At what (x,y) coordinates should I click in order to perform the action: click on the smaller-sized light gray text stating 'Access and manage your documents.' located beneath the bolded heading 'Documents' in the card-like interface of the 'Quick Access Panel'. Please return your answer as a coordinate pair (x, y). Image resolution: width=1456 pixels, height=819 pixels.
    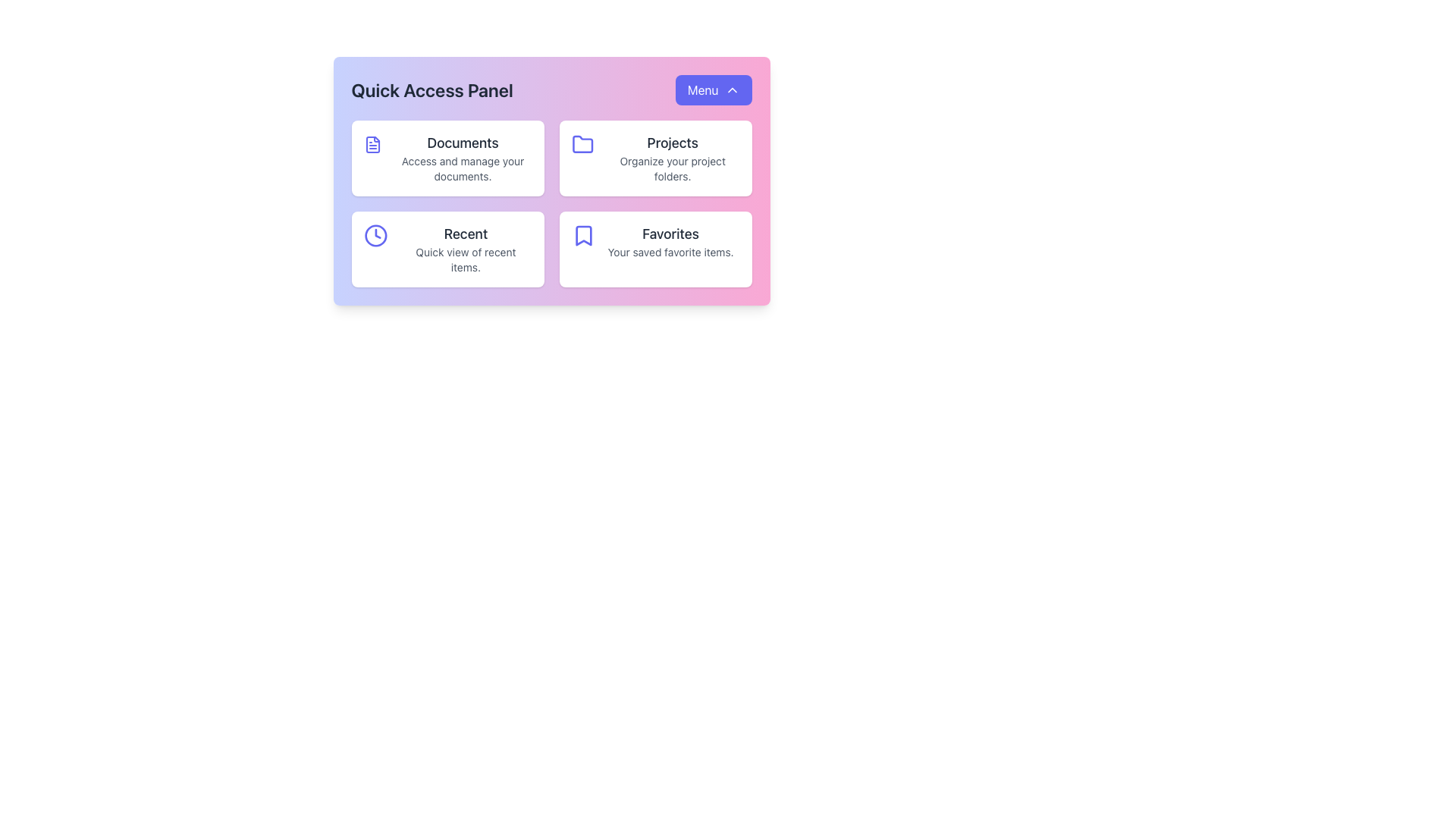
    Looking at the image, I should click on (462, 169).